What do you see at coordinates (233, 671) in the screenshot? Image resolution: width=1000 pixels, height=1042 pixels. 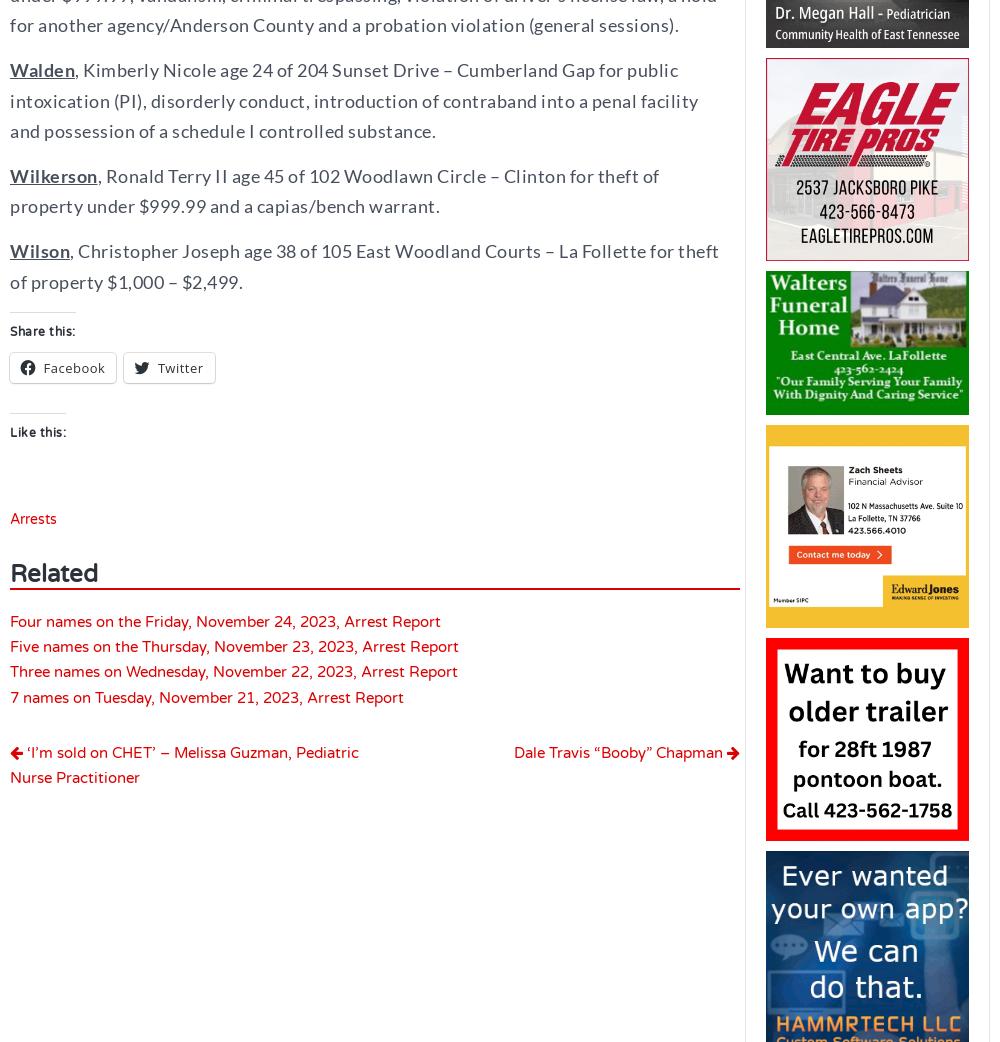 I see `'Three names on Wednesday, November 22, 2023, Arrest Report'` at bounding box center [233, 671].